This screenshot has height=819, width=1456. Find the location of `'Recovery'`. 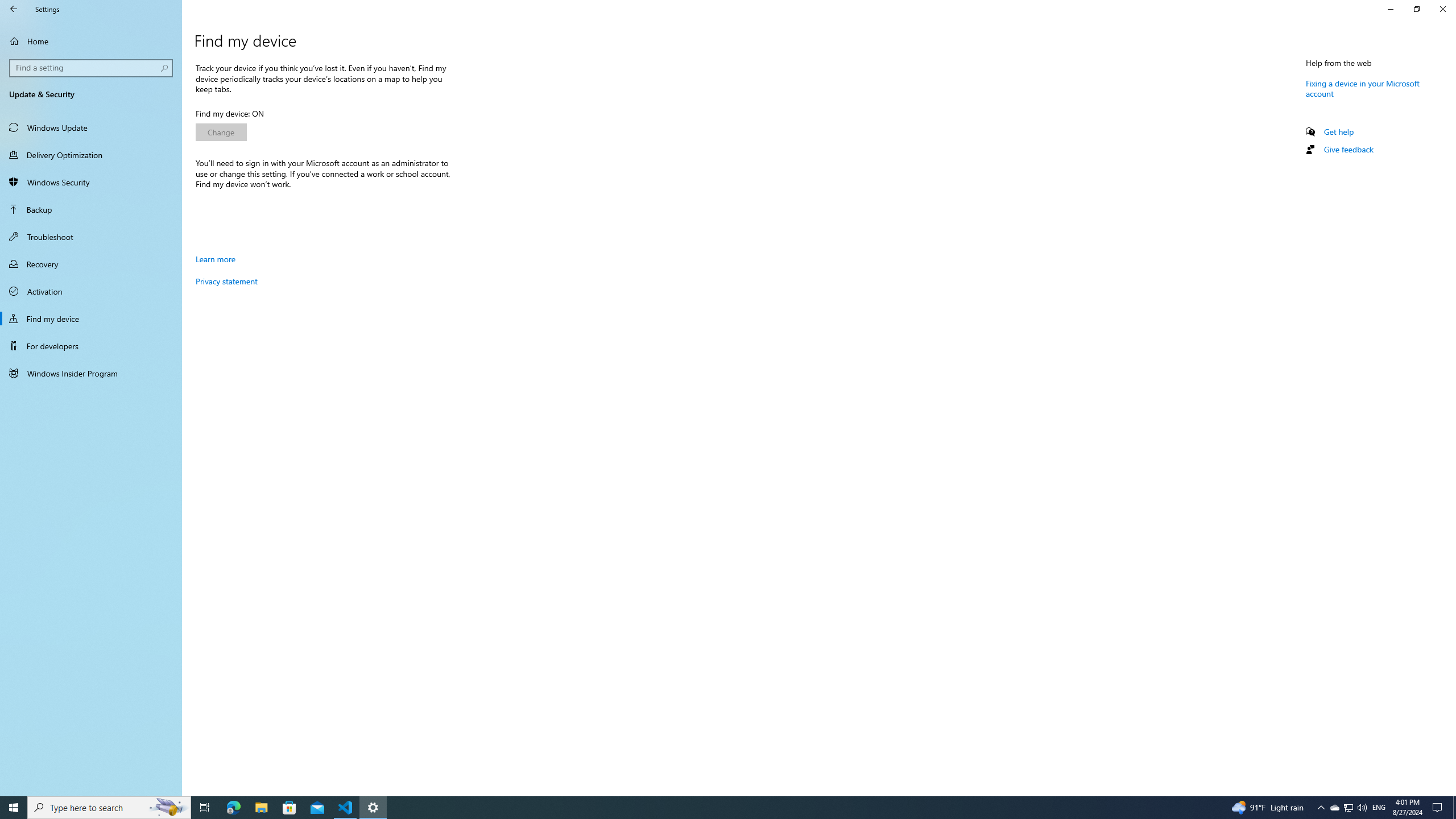

'Recovery' is located at coordinates (90, 263).